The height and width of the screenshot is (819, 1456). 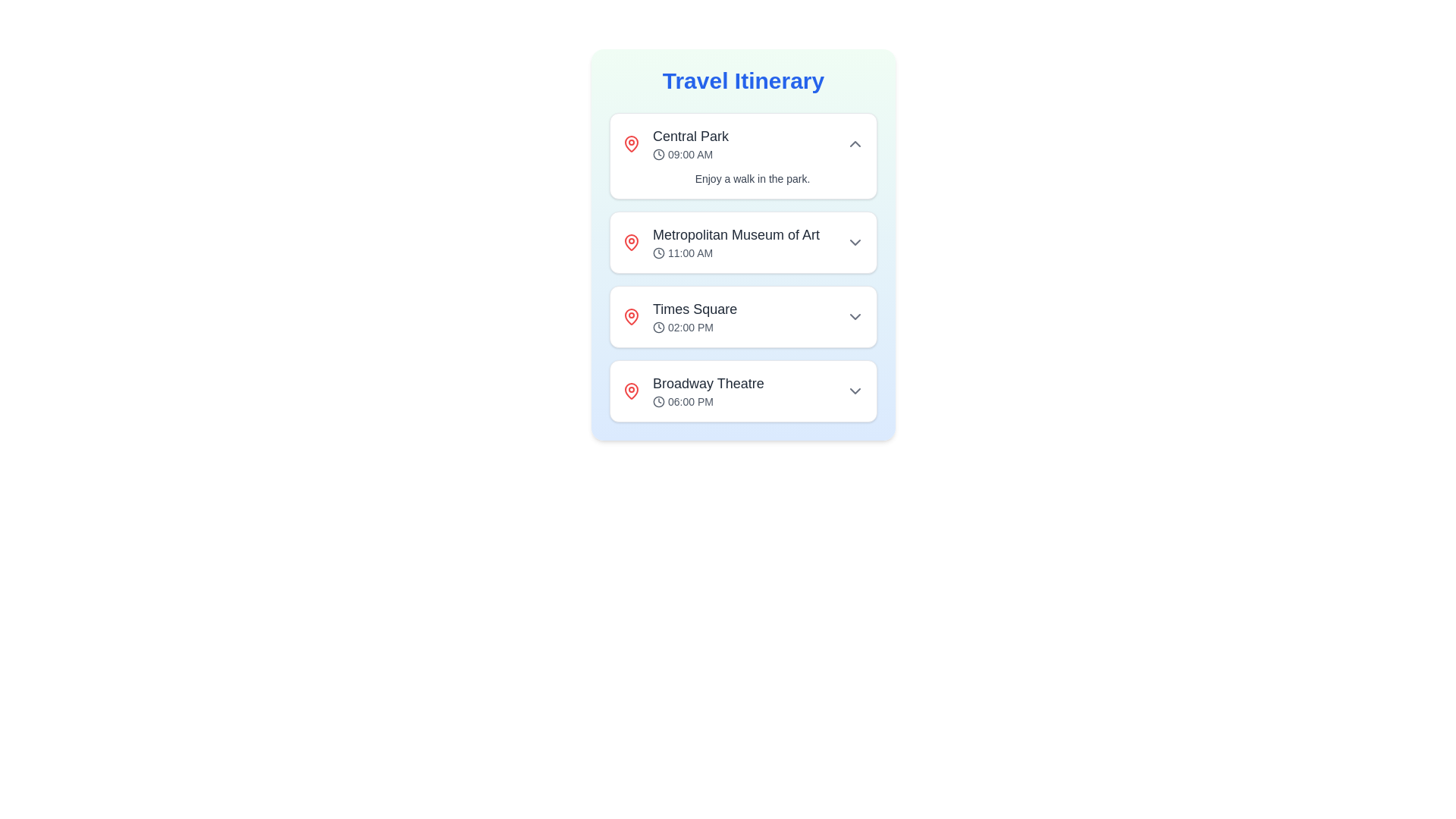 What do you see at coordinates (658, 155) in the screenshot?
I see `the clock icon located next to the '09:00 AM' text in the Central Park section, which has a circular outline and clock hands` at bounding box center [658, 155].